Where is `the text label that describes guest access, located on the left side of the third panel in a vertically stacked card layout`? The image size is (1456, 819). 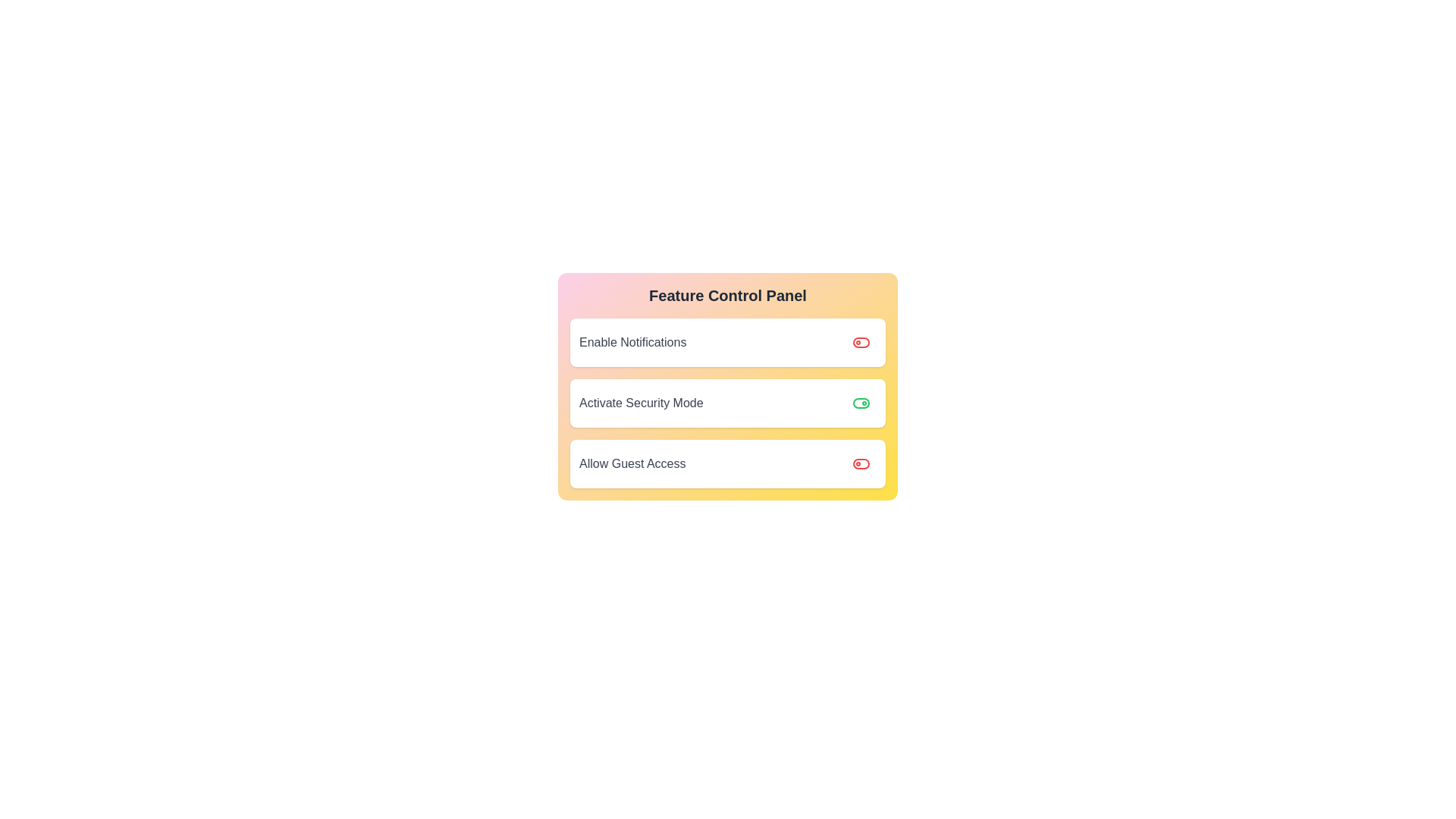
the text label that describes guest access, located on the left side of the third panel in a vertically stacked card layout is located at coordinates (632, 463).